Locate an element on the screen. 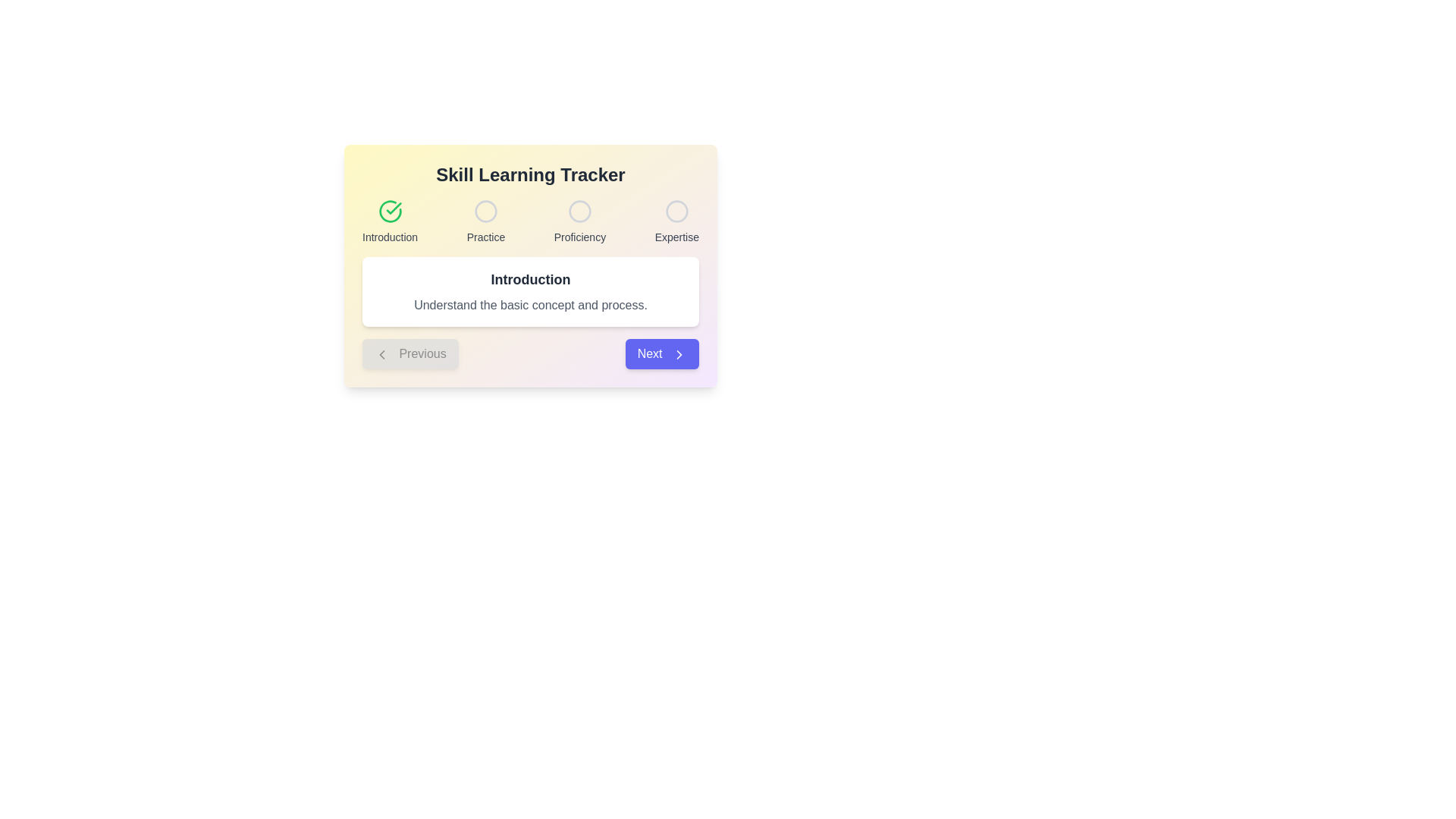 Image resolution: width=1456 pixels, height=819 pixels. the text label located below the green checkmark icon in the 'Skill Learning Tracker' section header is located at coordinates (390, 237).